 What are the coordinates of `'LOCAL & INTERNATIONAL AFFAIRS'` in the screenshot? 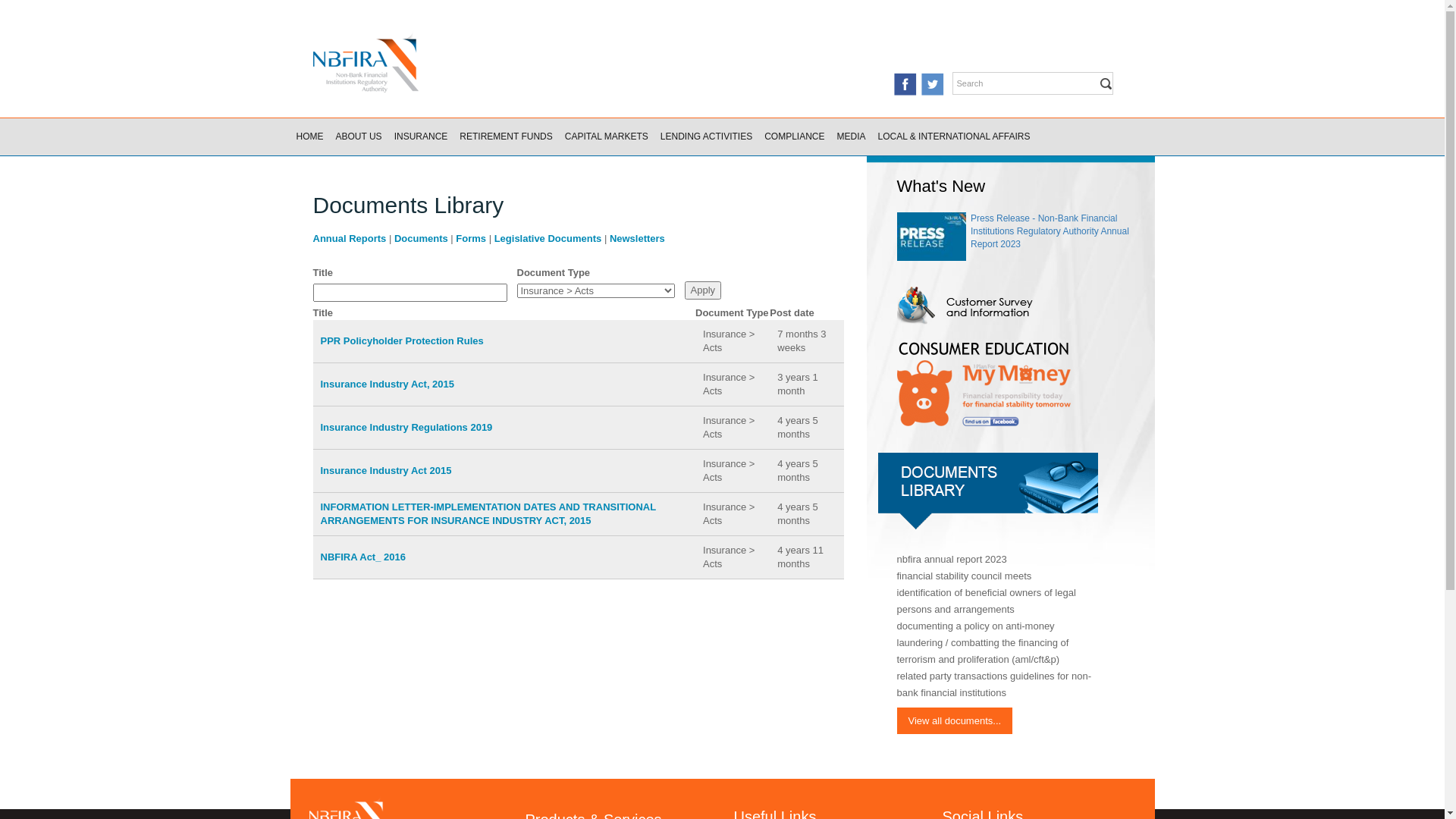 It's located at (953, 136).